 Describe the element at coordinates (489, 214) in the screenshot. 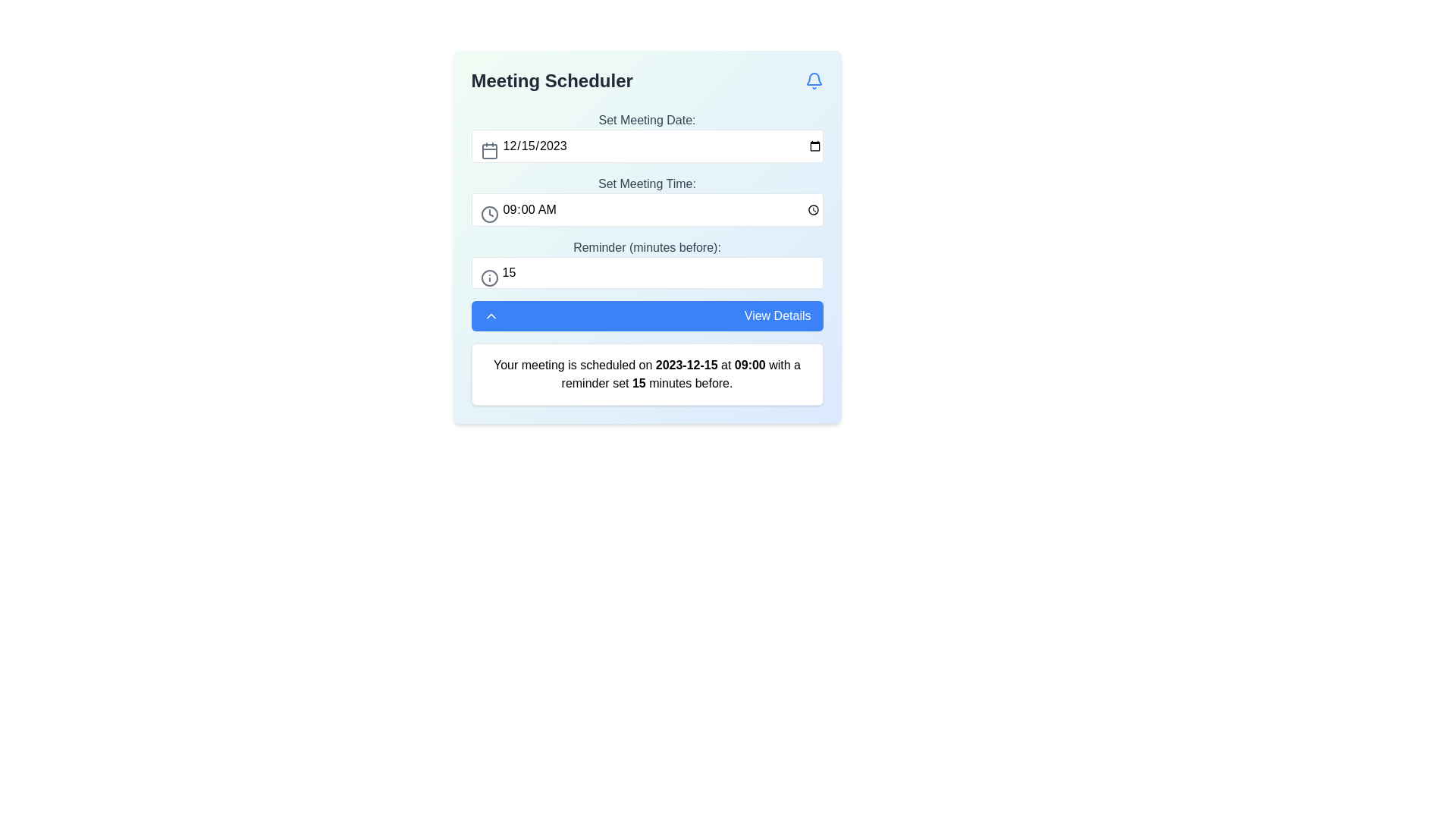

I see `the circular graphical element representing the time indicator within the clock icon next to the '09:00 AM' time selection input field under the 'Set Meeting Time' heading` at that location.